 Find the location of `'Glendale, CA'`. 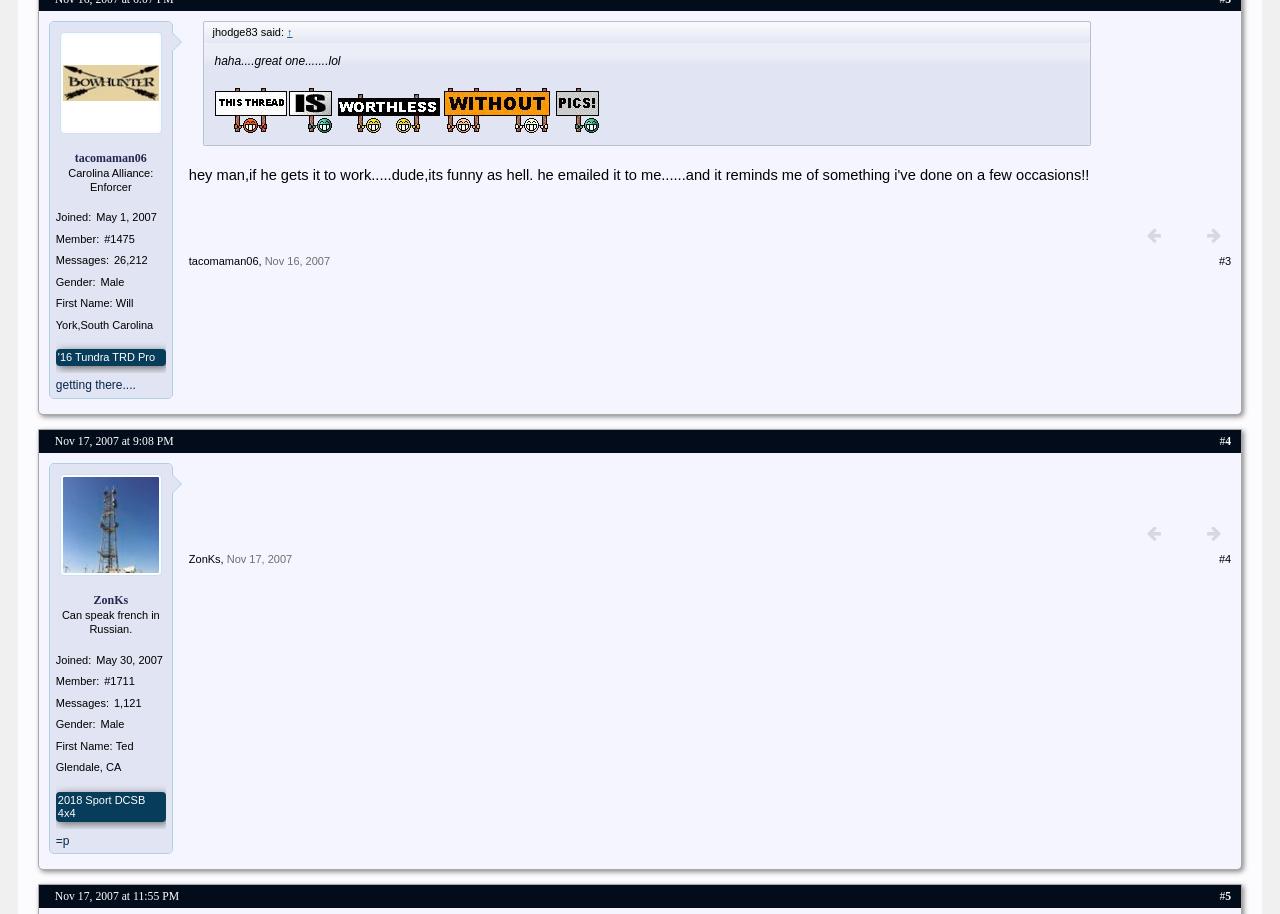

'Glendale, CA' is located at coordinates (87, 767).